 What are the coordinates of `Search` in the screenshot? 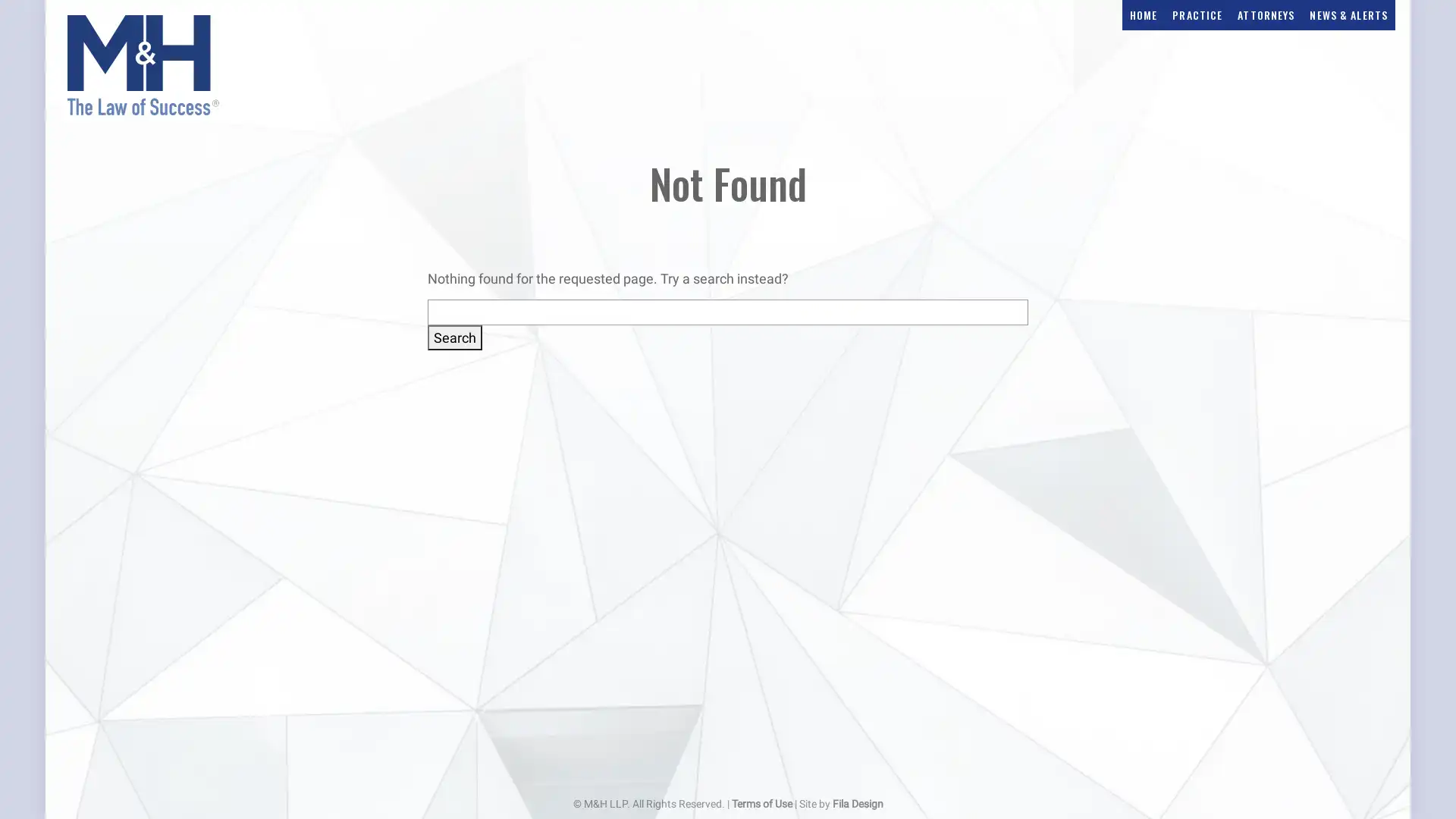 It's located at (454, 336).